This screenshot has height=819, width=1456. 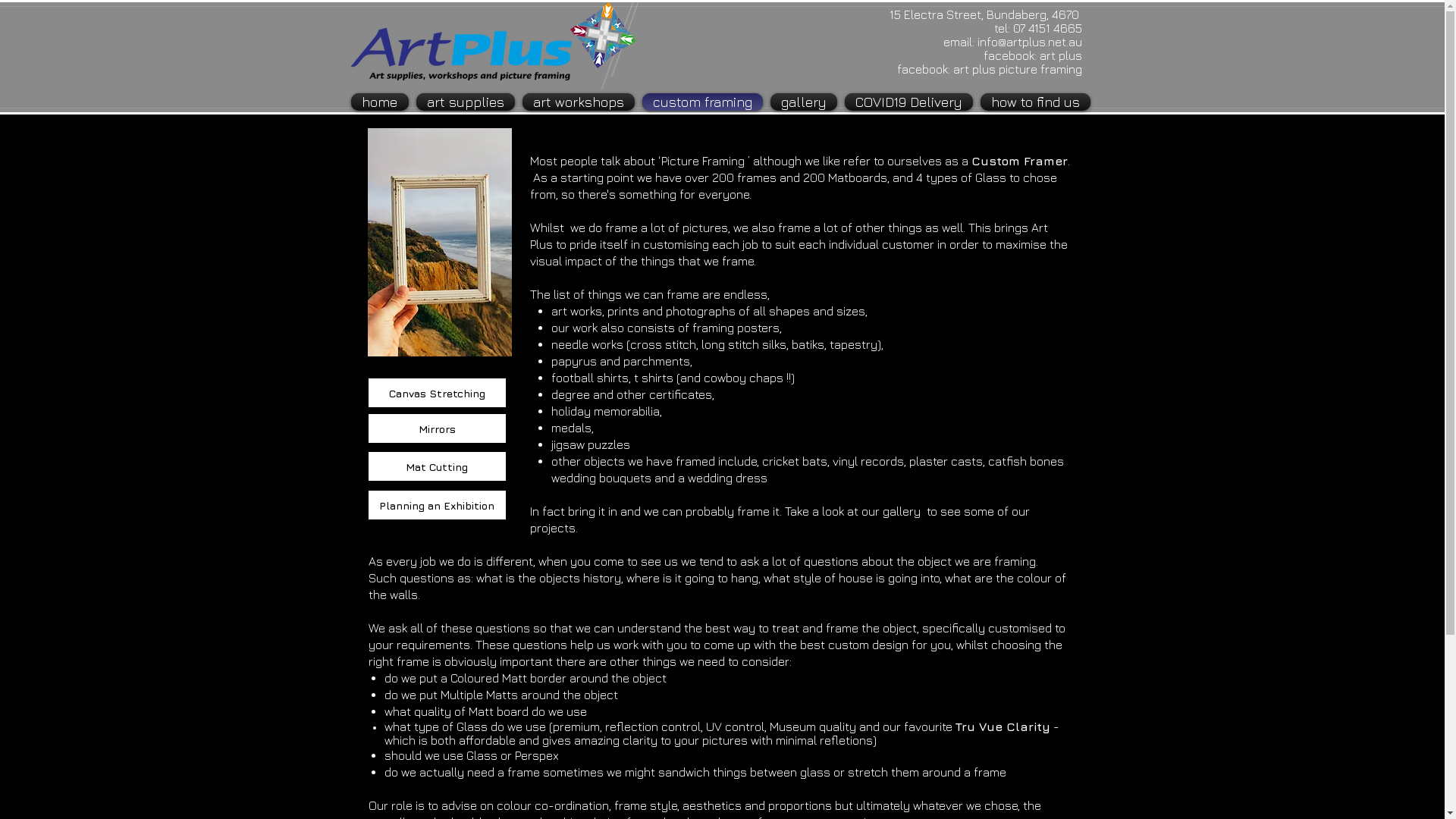 I want to click on 'COVID19 Delivery', so click(x=908, y=102).